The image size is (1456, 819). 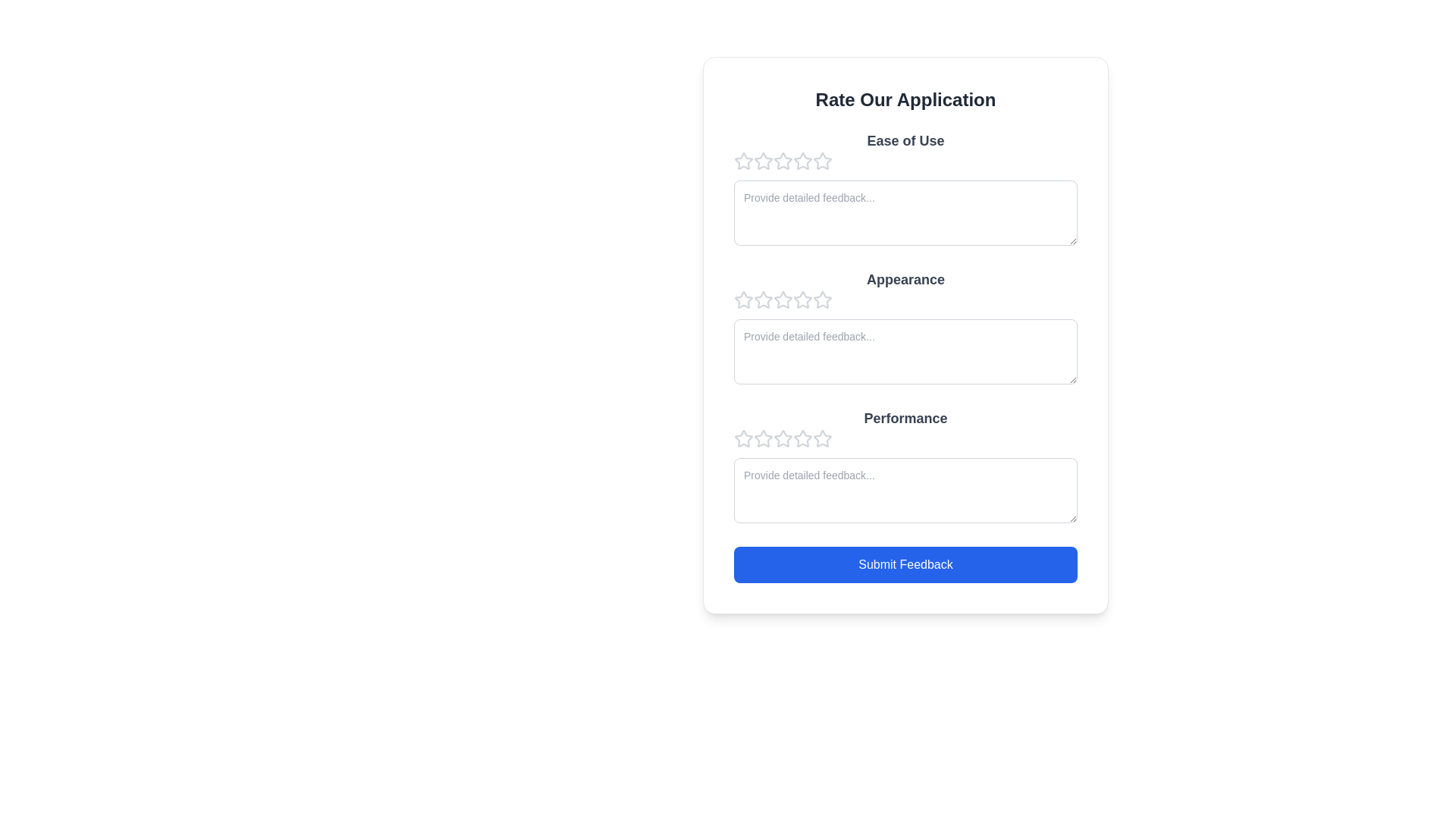 I want to click on the fourth star icon in the rating component, so click(x=821, y=161).